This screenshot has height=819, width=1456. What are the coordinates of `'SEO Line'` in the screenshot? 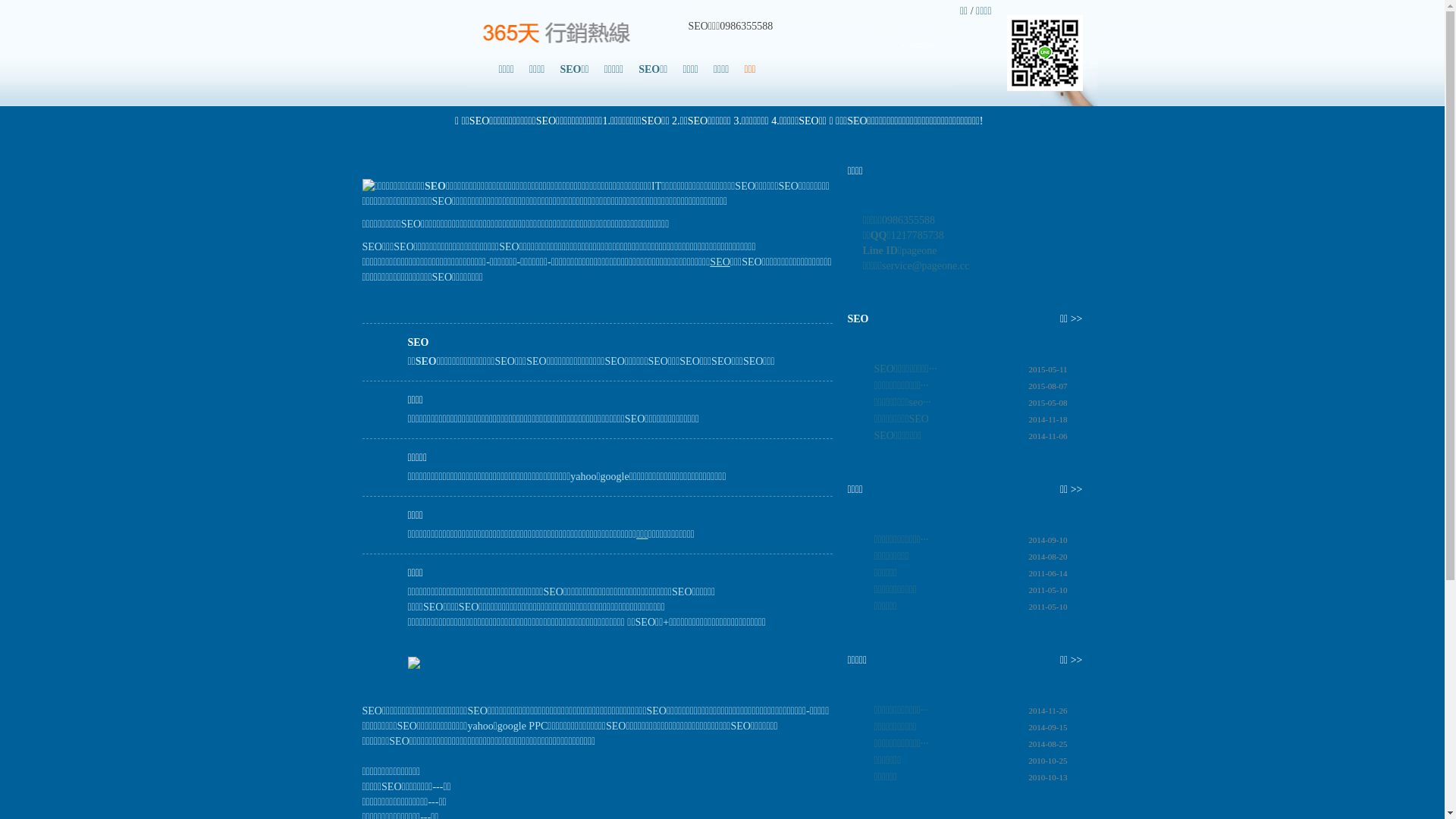 It's located at (1043, 52).